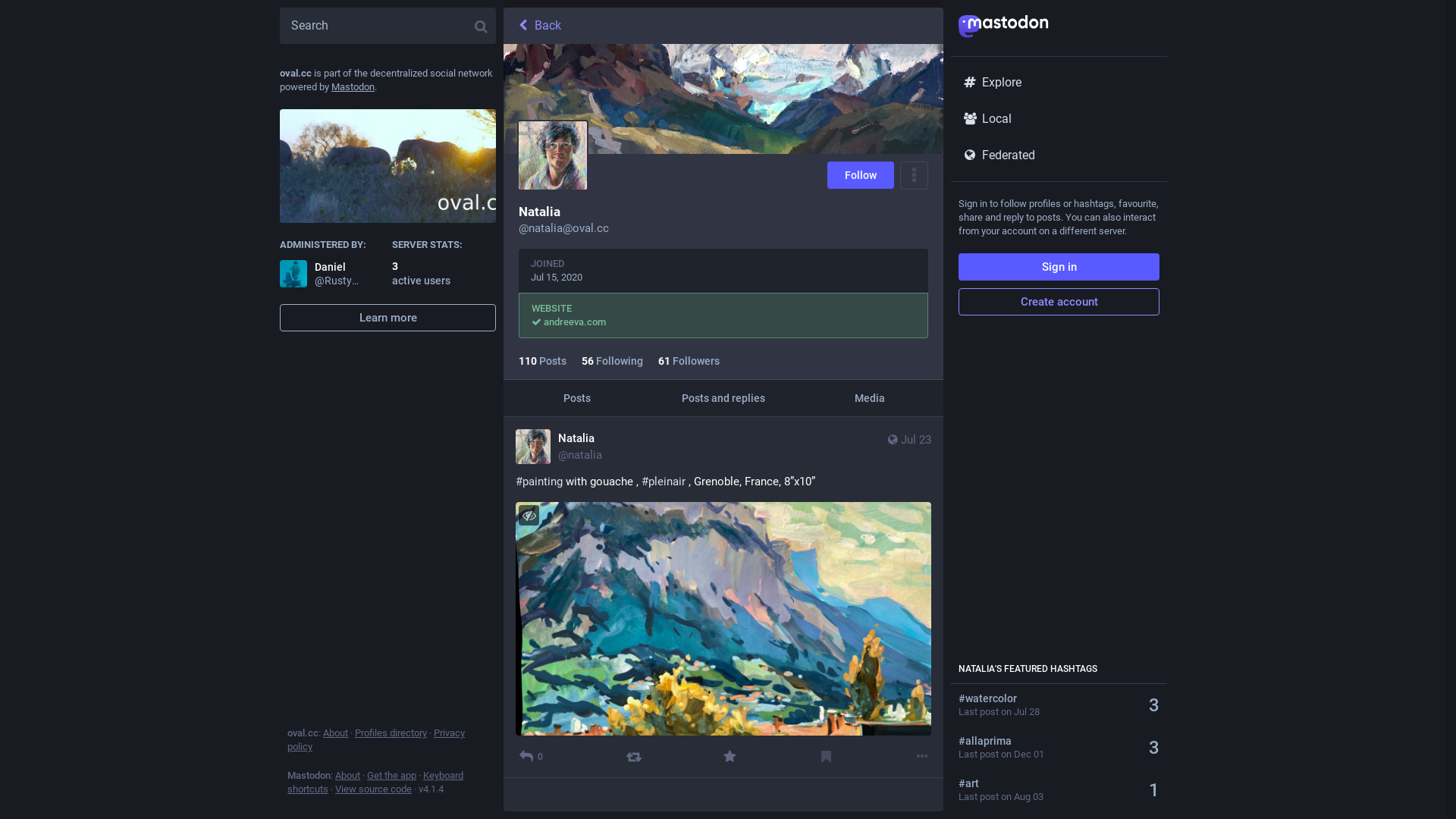 This screenshot has height=819, width=1456. What do you see at coordinates (516, 756) in the screenshot?
I see `'0'` at bounding box center [516, 756].